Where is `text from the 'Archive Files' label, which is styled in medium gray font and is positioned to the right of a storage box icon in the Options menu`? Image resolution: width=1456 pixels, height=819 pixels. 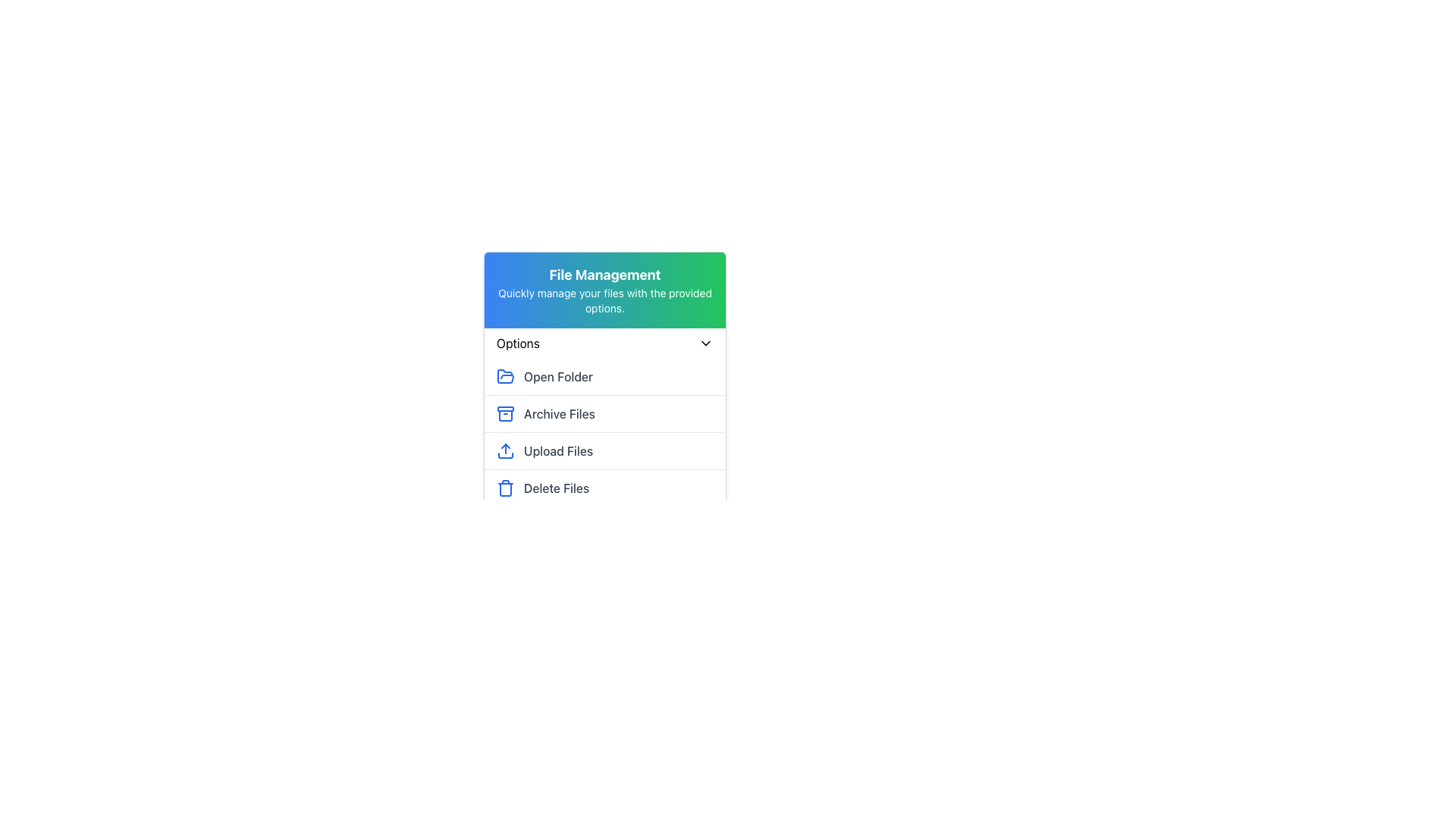 text from the 'Archive Files' label, which is styled in medium gray font and is positioned to the right of a storage box icon in the Options menu is located at coordinates (559, 414).